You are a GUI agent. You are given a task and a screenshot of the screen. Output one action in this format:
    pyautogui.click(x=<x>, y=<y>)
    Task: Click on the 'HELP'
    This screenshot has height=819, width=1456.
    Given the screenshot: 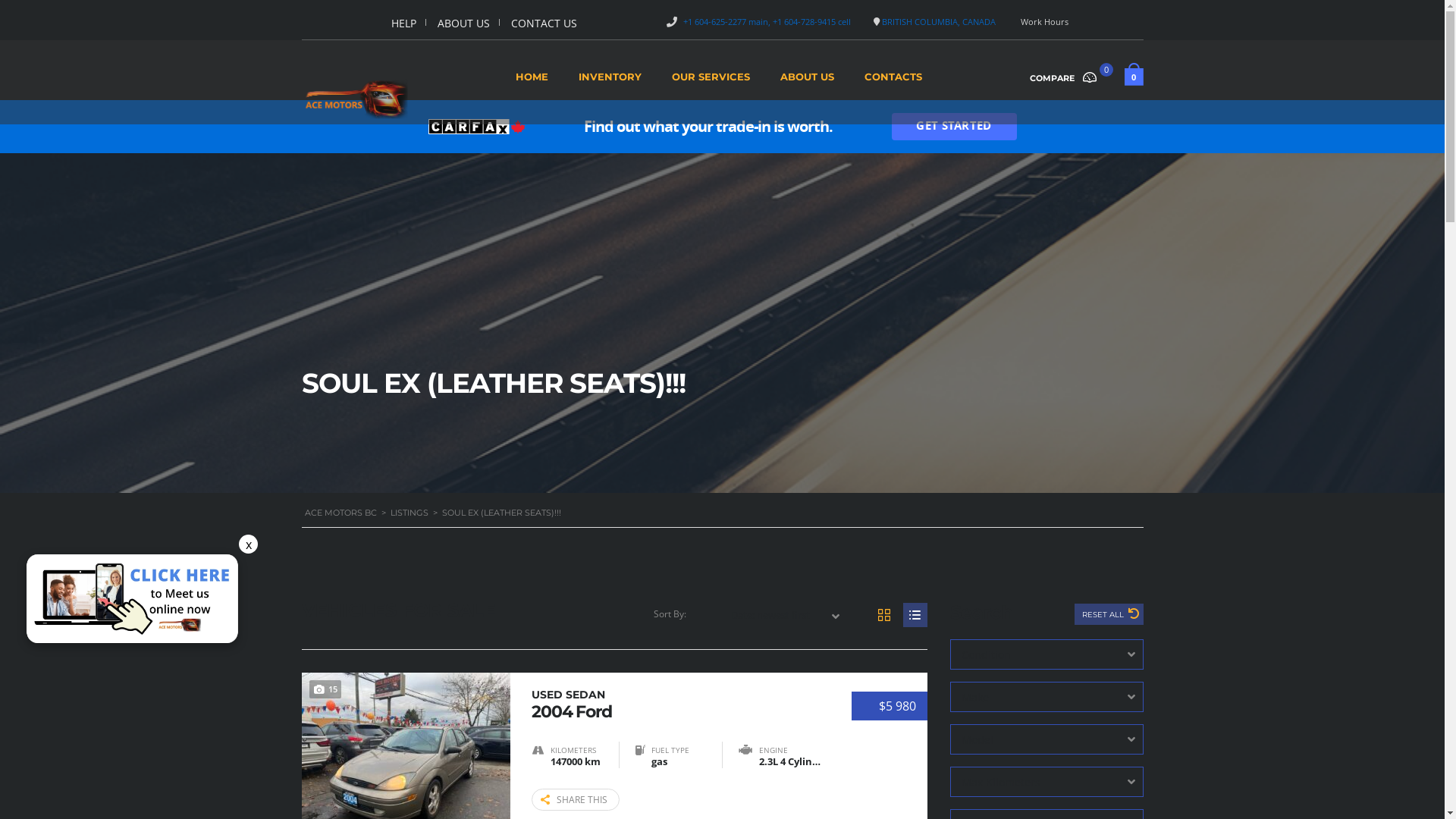 What is the action you would take?
    pyautogui.click(x=403, y=23)
    